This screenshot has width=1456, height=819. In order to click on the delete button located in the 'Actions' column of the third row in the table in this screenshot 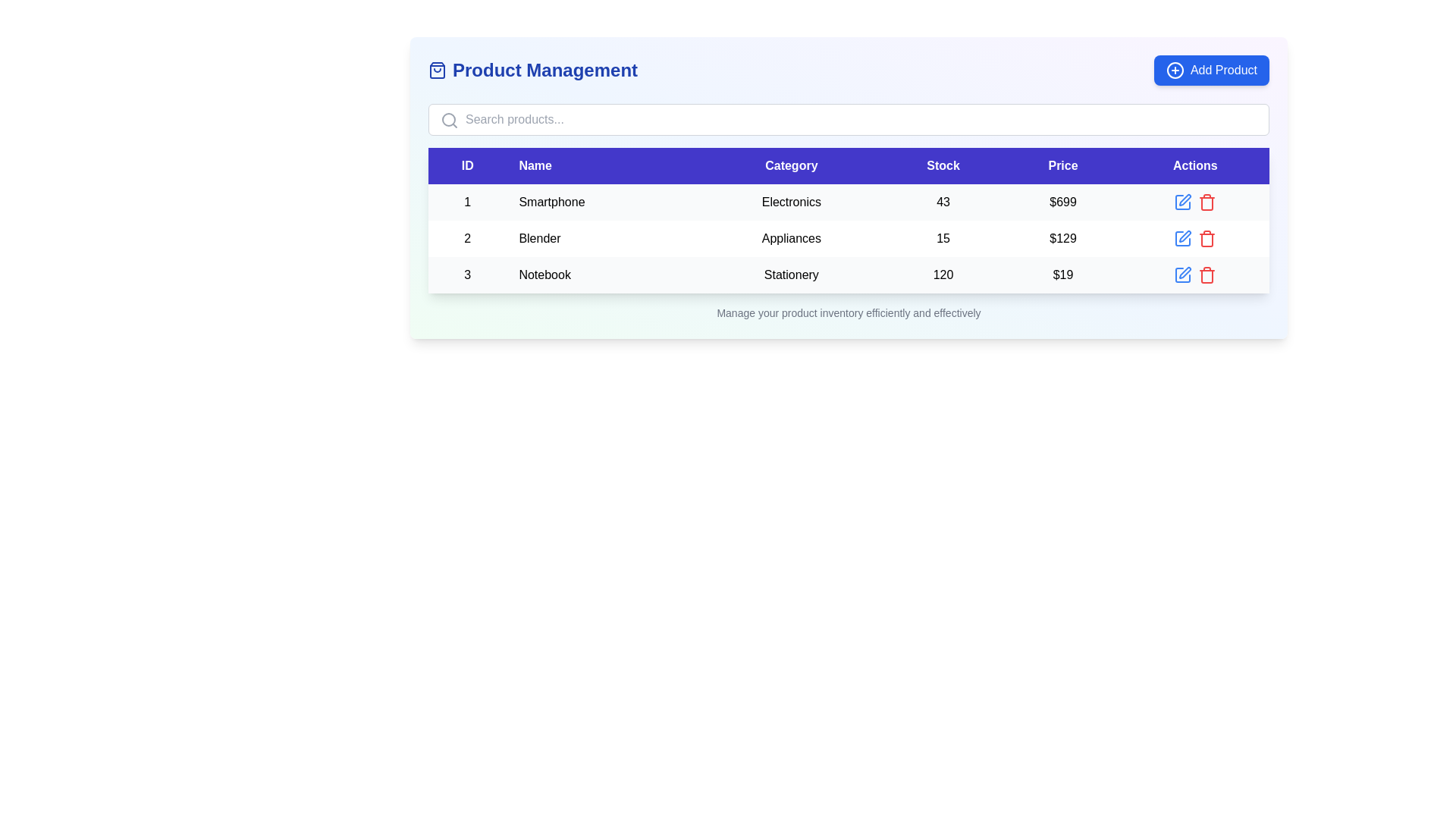, I will do `click(1207, 275)`.